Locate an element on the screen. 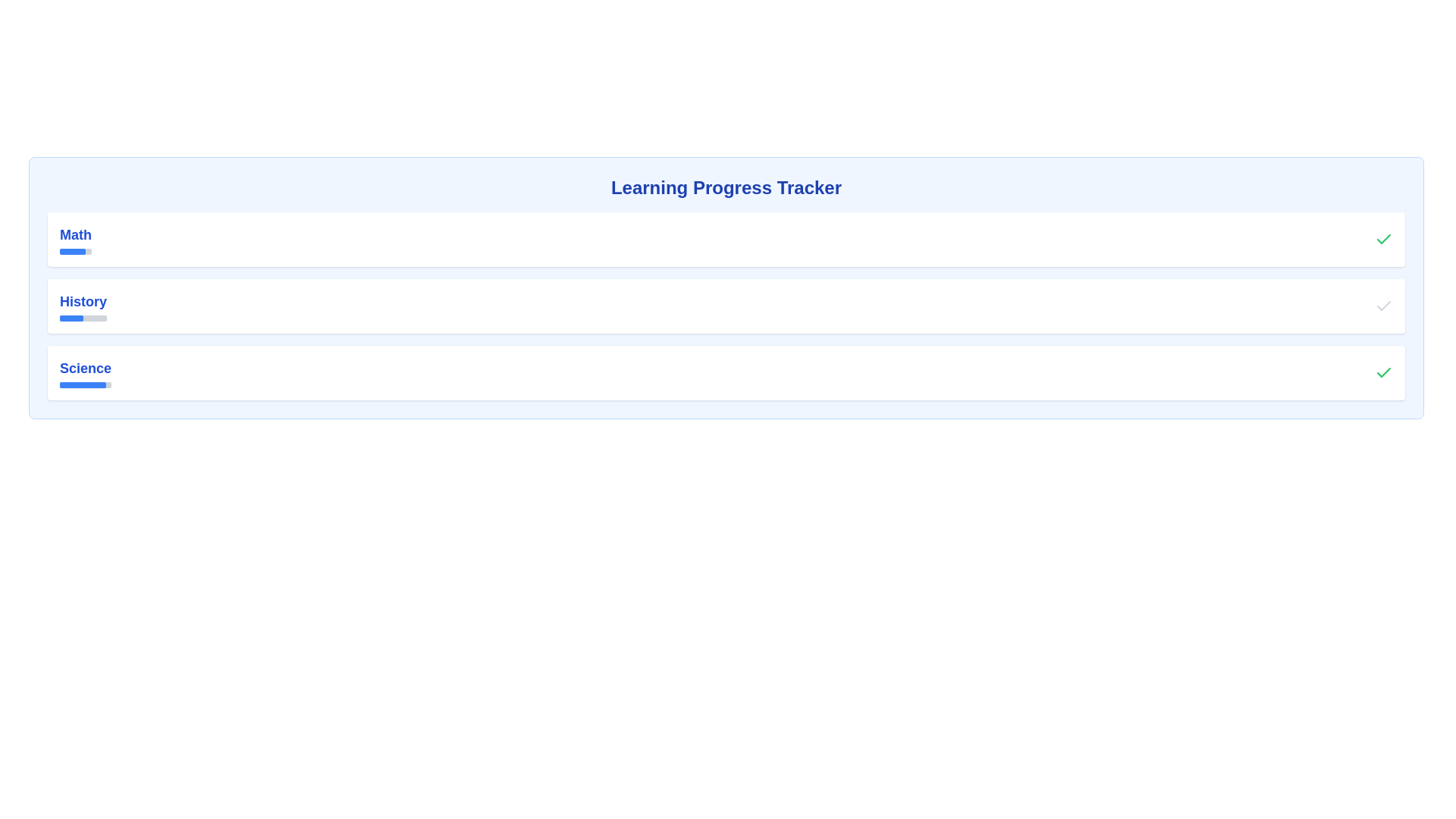  the Progress Indicator for 'History' is located at coordinates (83, 306).